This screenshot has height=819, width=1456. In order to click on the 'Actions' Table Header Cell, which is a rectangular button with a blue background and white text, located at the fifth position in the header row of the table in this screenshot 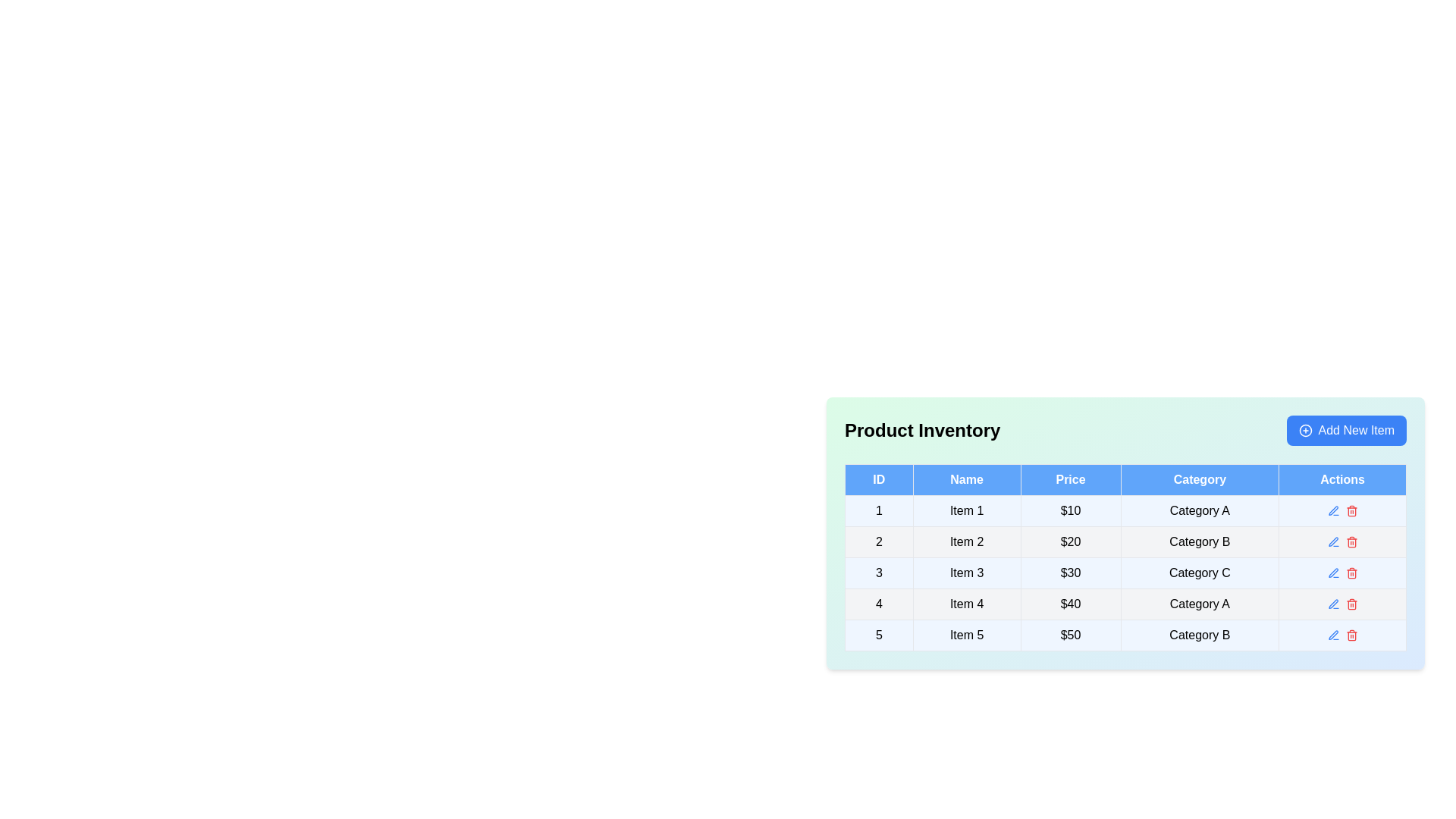, I will do `click(1342, 479)`.